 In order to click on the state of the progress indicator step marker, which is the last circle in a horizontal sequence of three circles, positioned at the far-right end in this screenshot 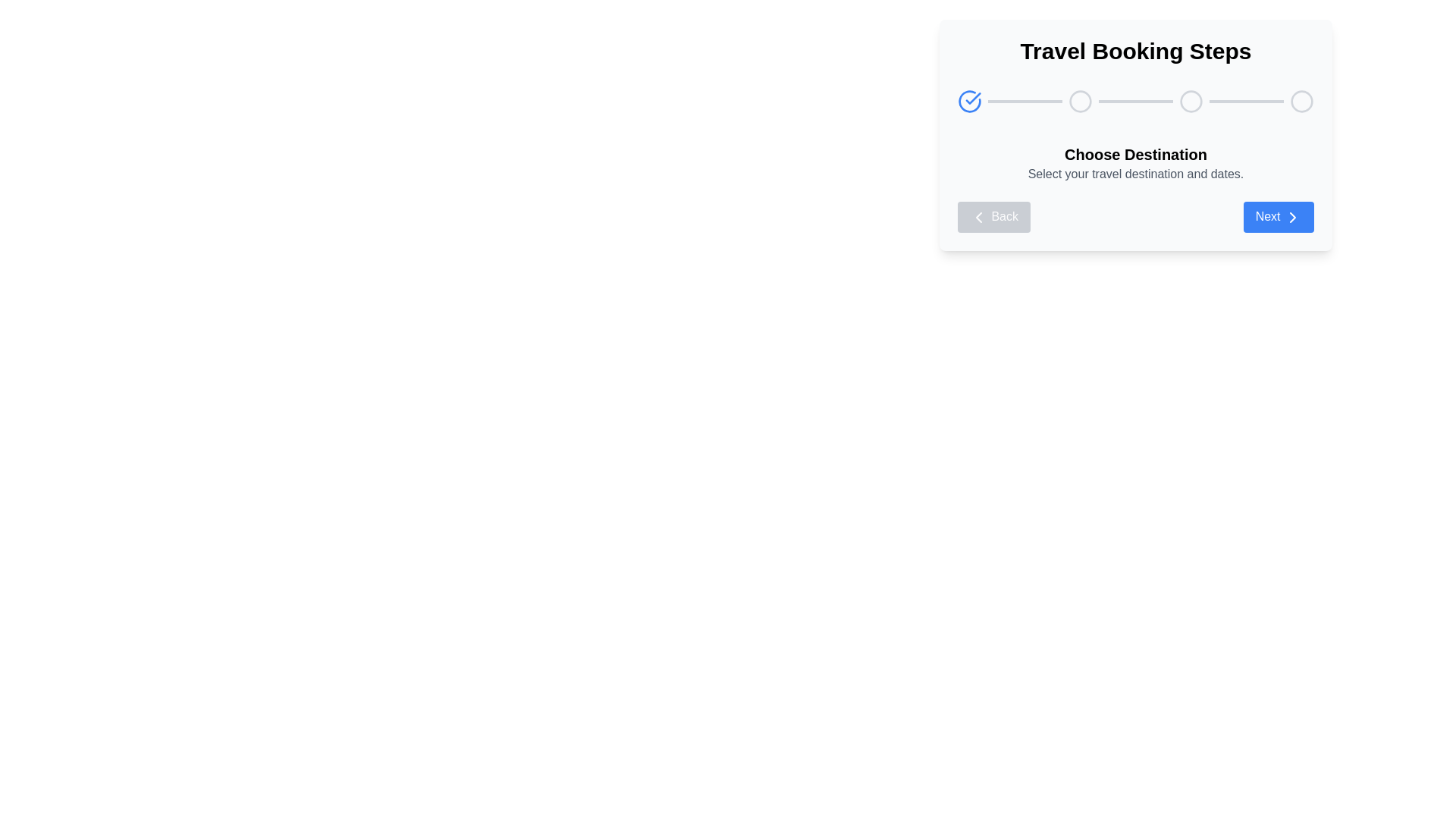, I will do `click(1301, 100)`.